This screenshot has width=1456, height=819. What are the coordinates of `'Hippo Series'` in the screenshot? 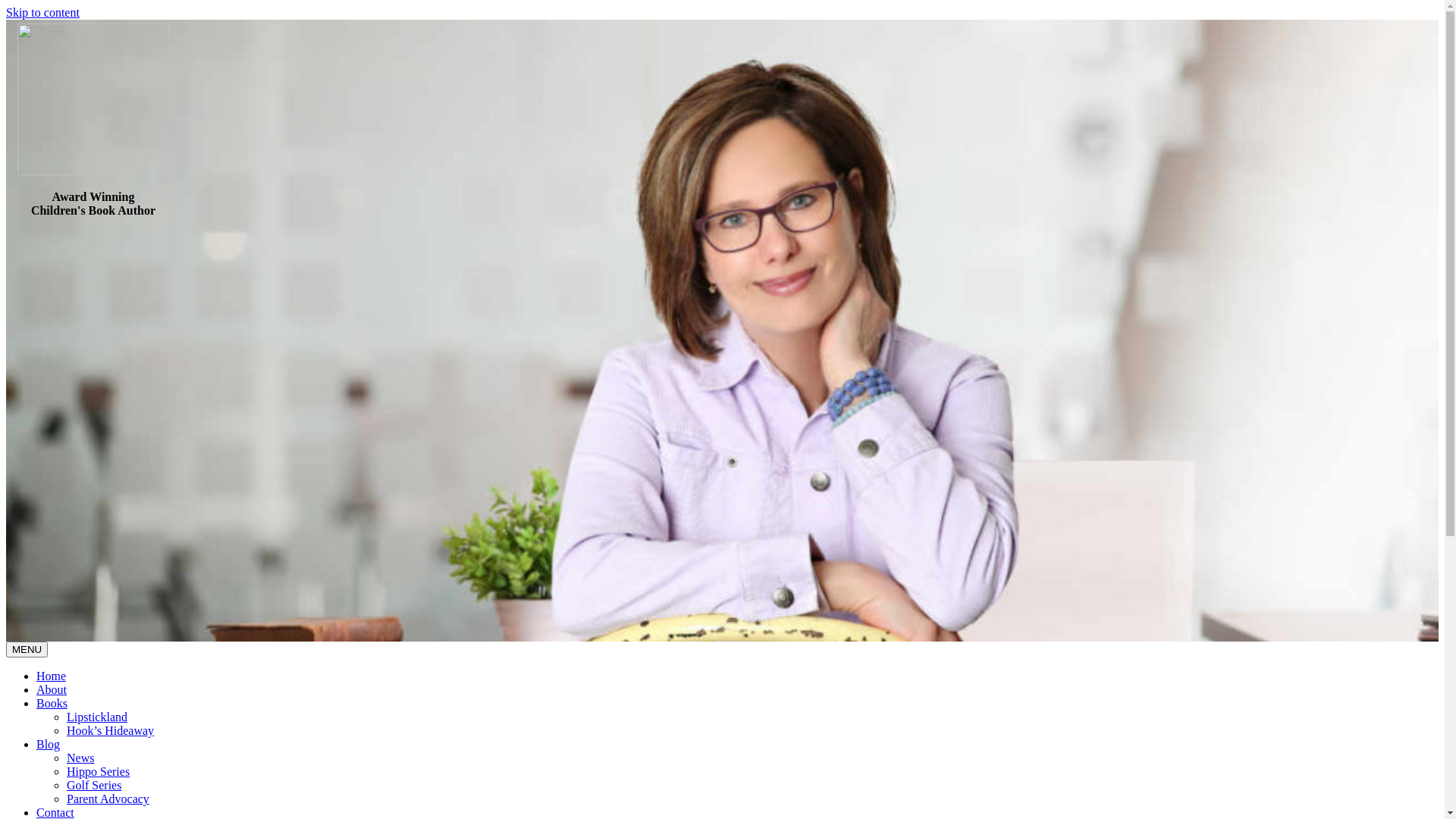 It's located at (65, 771).